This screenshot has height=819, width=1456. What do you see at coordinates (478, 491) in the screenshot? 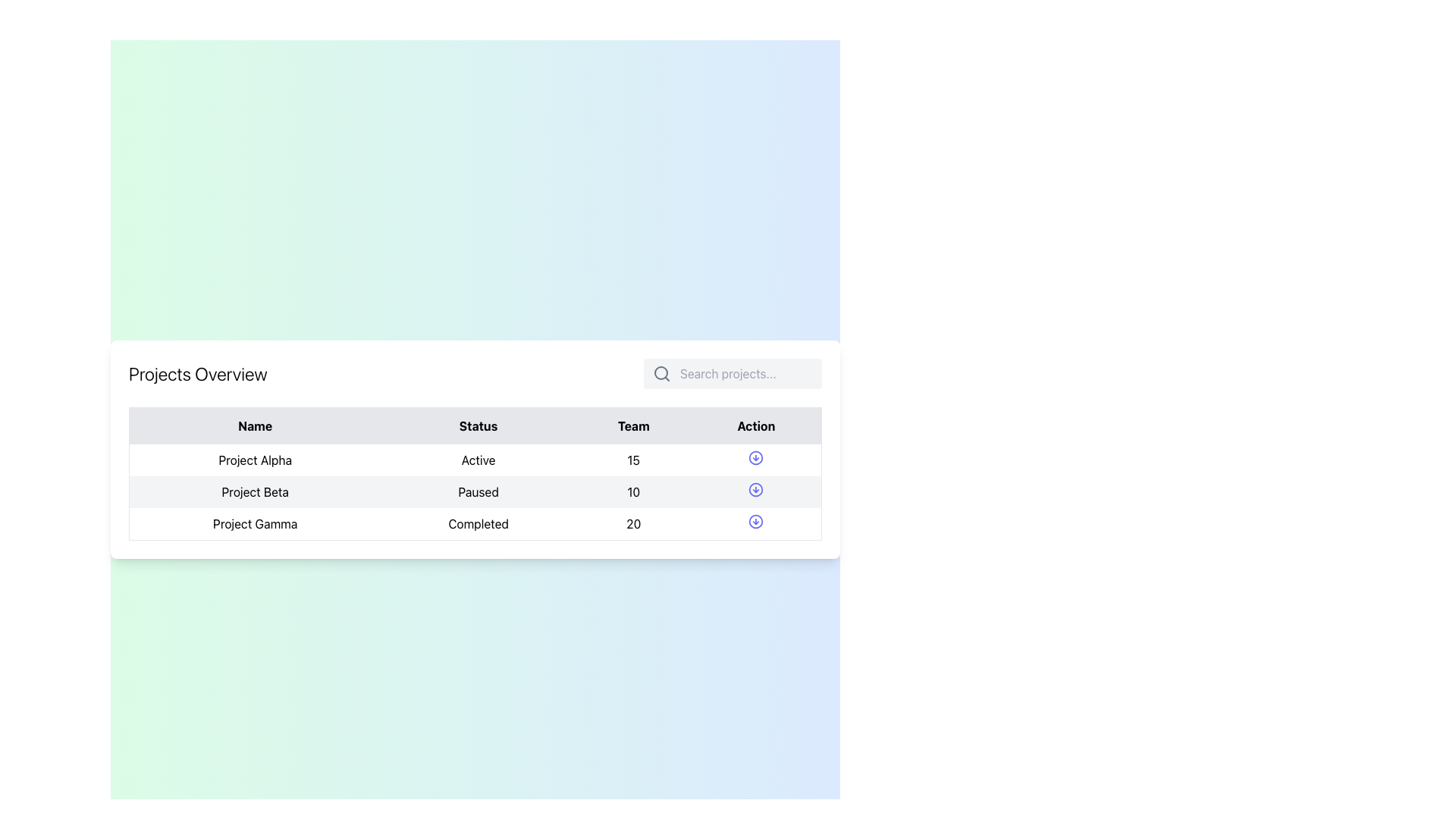
I see `the text label reading 'Paused' in the second row of the table located in the 'Status' column` at bounding box center [478, 491].